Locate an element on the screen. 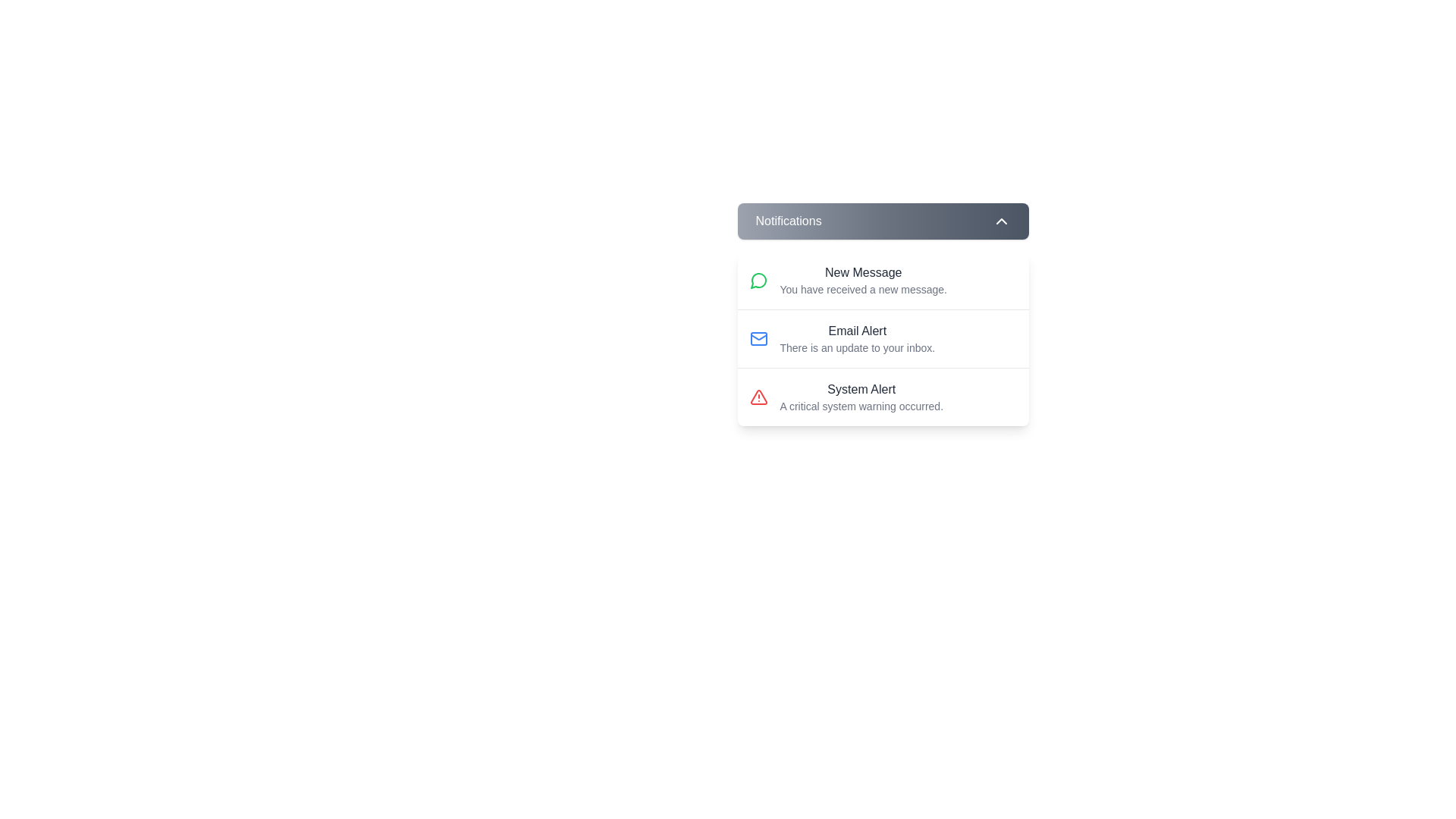 The image size is (1456, 819). the up-facing chevron arrow icon located on the far right of the 'Notifications' top bar is located at coordinates (1001, 221).